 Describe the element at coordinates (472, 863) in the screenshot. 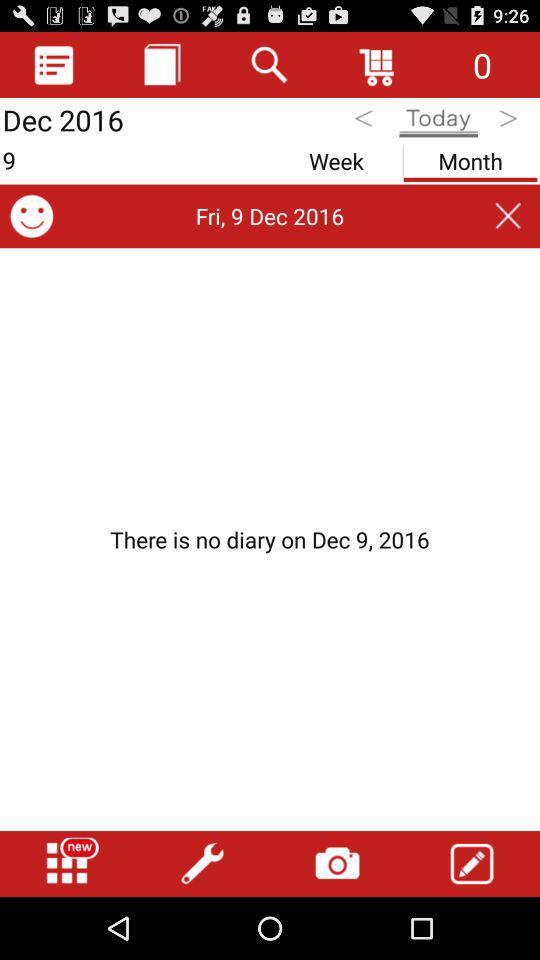

I see `write option` at that location.